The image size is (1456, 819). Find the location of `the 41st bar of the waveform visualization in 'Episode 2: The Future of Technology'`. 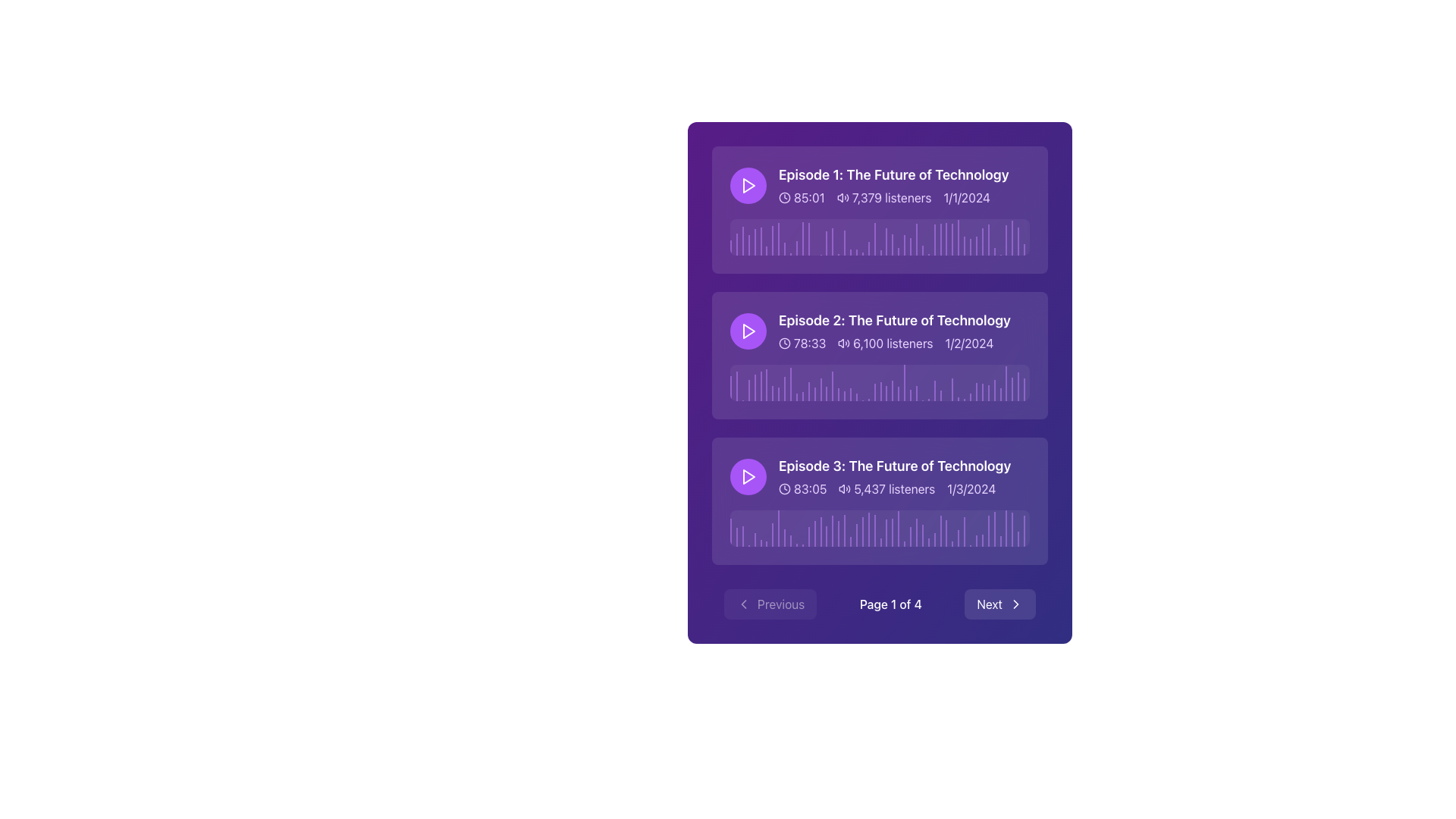

the 41st bar of the waveform visualization in 'Episode 2: The Future of Technology' is located at coordinates (976, 391).